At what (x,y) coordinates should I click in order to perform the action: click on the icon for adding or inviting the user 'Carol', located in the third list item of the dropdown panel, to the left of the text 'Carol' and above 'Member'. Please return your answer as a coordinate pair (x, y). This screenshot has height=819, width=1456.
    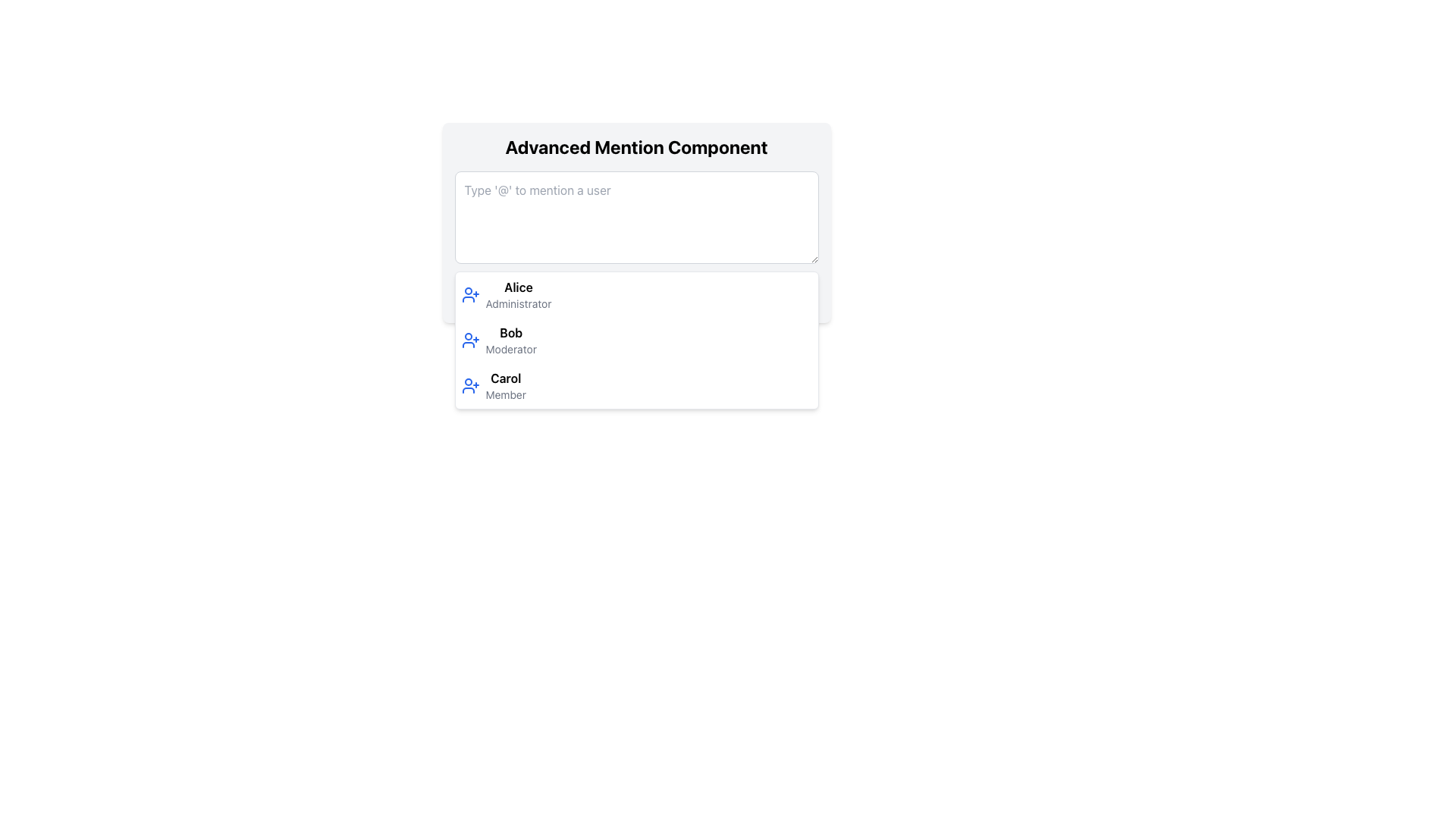
    Looking at the image, I should click on (469, 385).